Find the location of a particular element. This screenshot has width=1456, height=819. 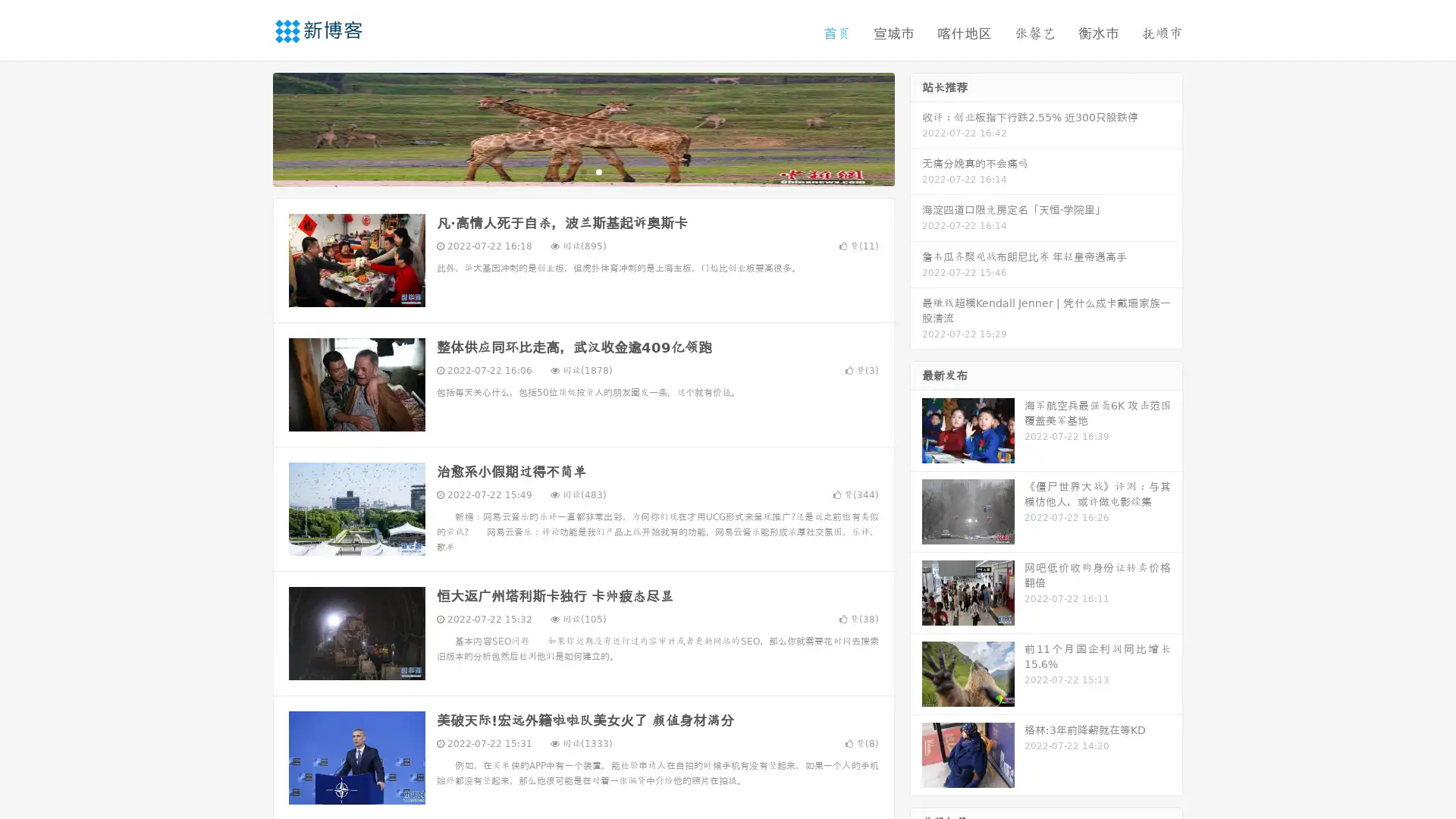

Go to slide 2 is located at coordinates (582, 171).